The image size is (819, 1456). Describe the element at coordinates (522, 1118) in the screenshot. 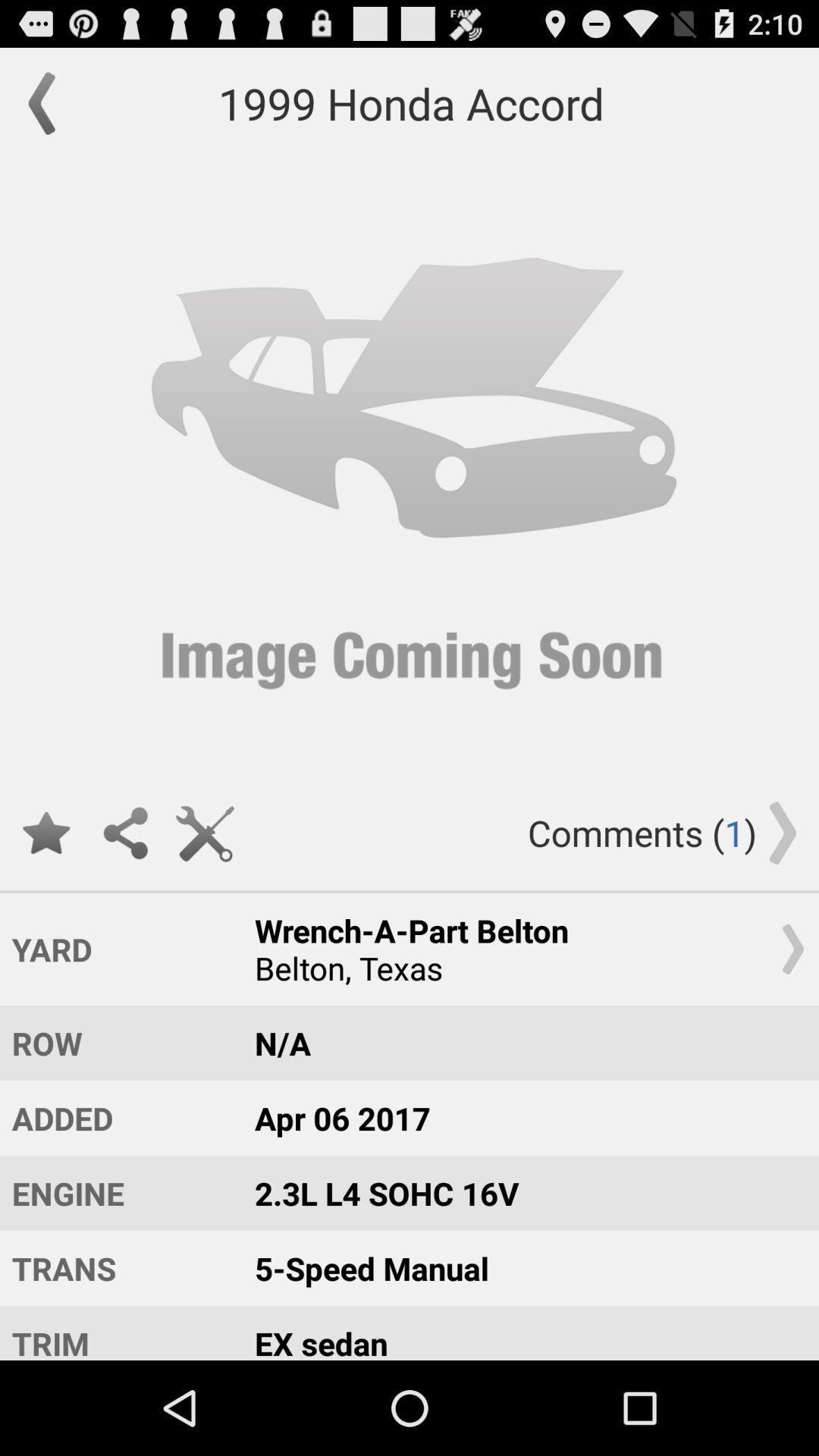

I see `apr 06 2017 item` at that location.